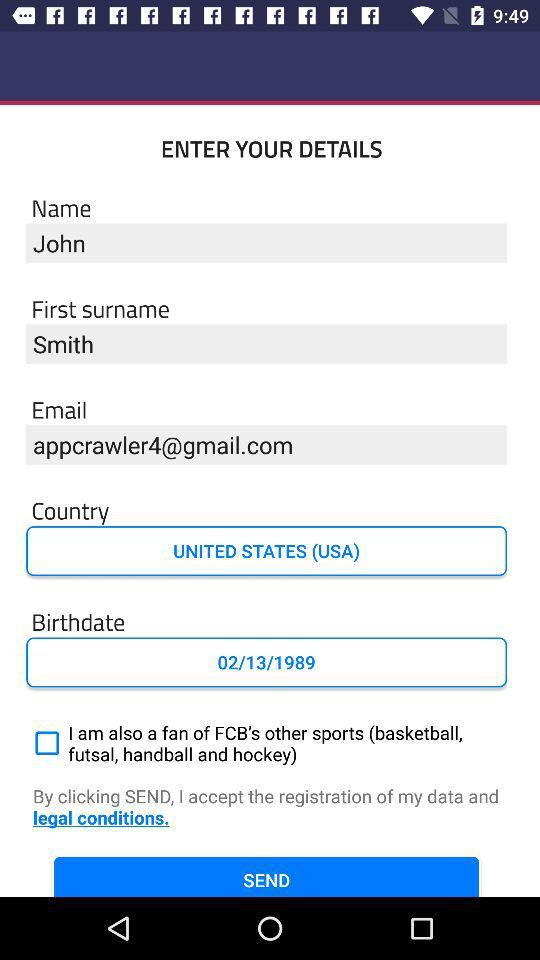  Describe the element at coordinates (266, 444) in the screenshot. I see `appcrawler4@gmail.com` at that location.